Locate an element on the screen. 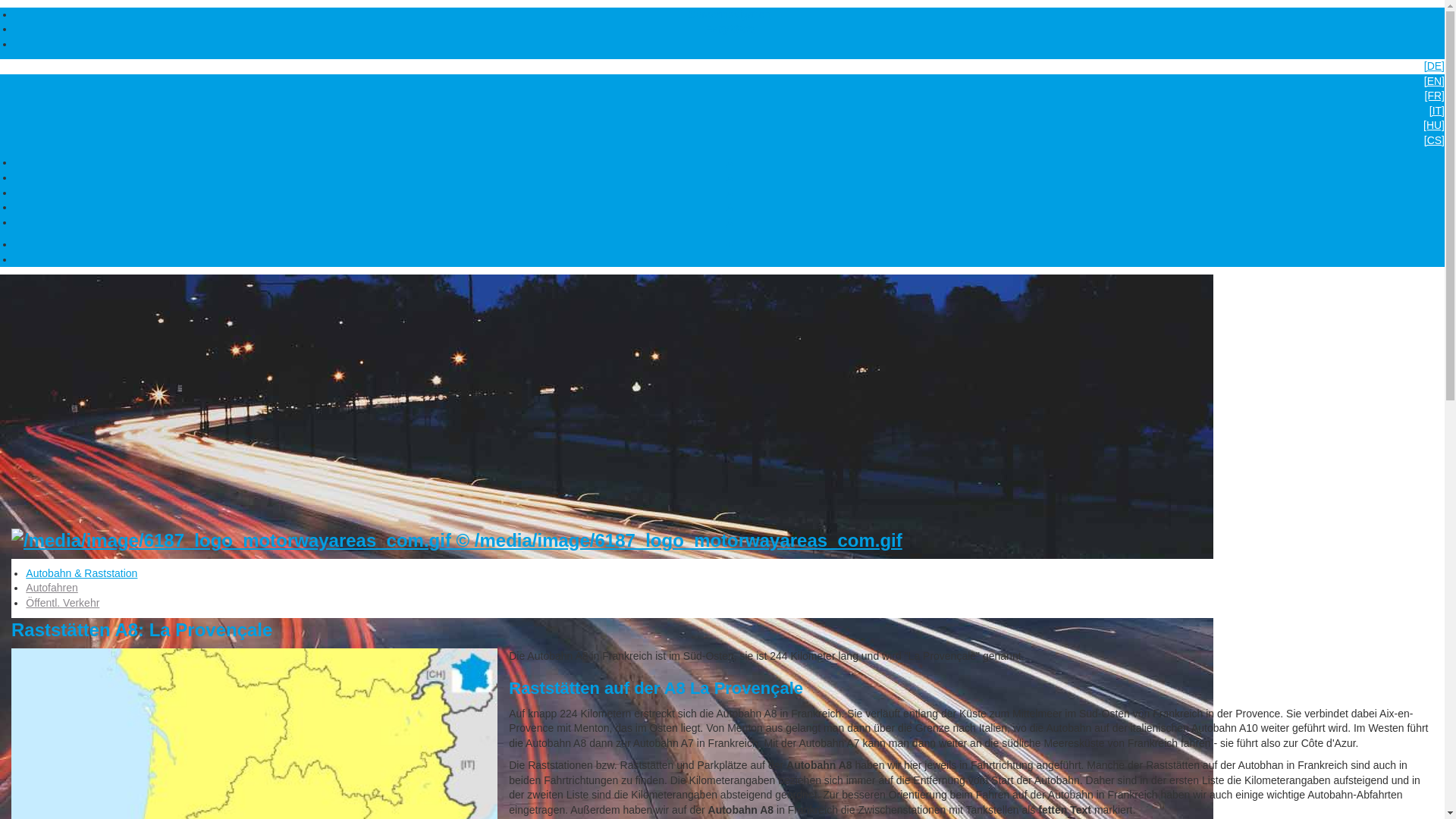 This screenshot has width=1456, height=819. 'Autobahn & Raststation' is located at coordinates (80, 573).